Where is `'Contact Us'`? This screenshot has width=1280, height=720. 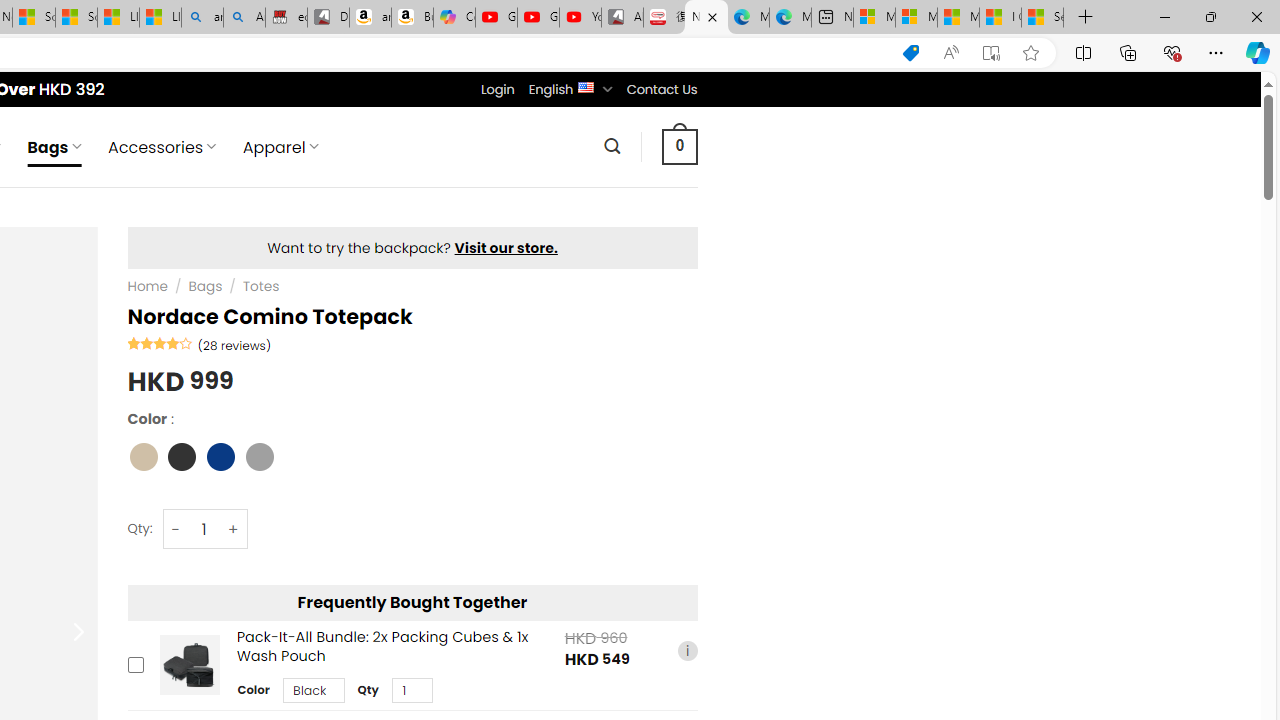 'Contact Us' is located at coordinates (661, 88).